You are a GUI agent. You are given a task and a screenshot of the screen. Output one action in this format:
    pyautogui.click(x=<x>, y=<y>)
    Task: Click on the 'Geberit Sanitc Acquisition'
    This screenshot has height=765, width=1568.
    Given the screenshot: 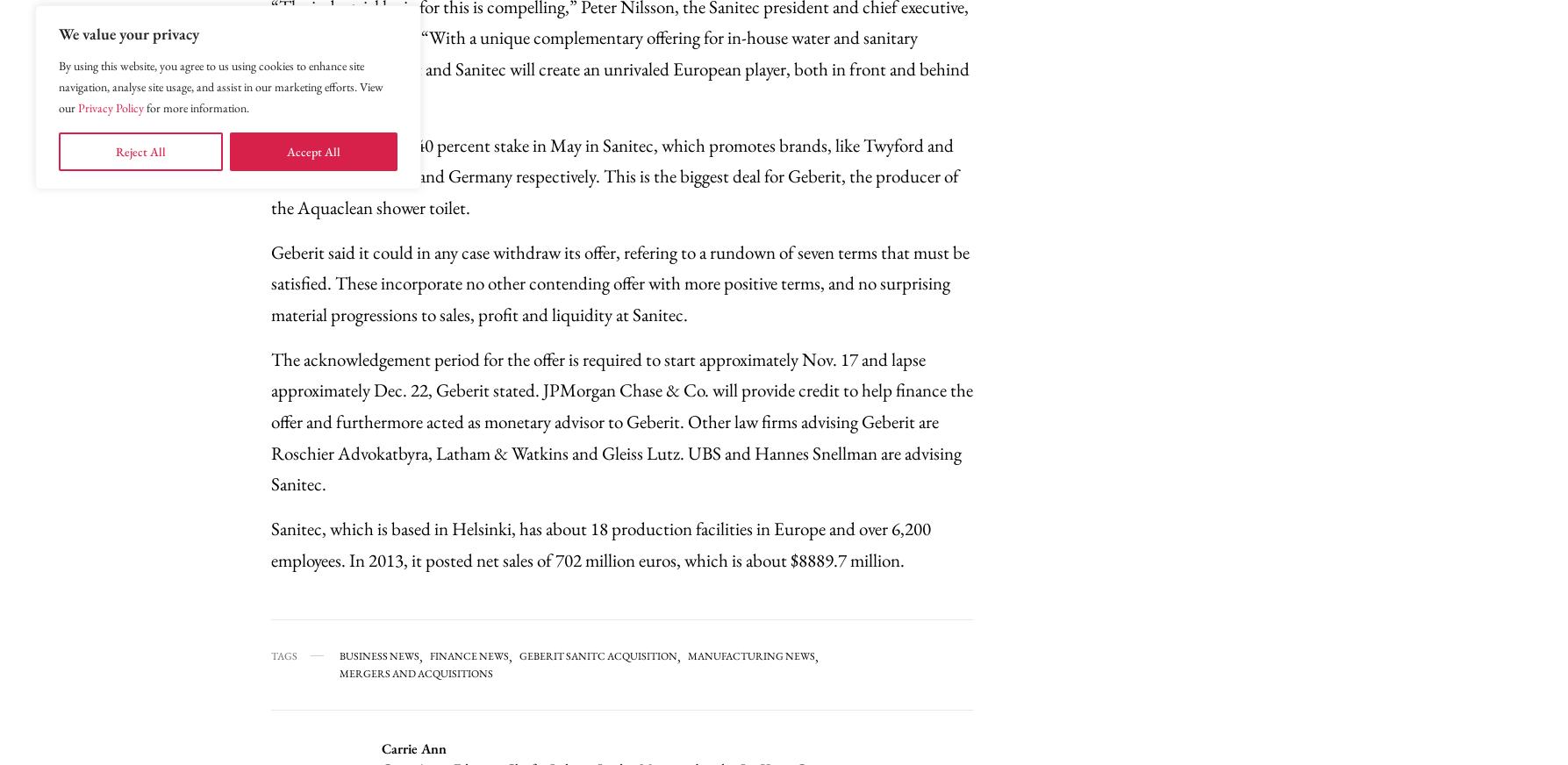 What is the action you would take?
    pyautogui.click(x=517, y=655)
    